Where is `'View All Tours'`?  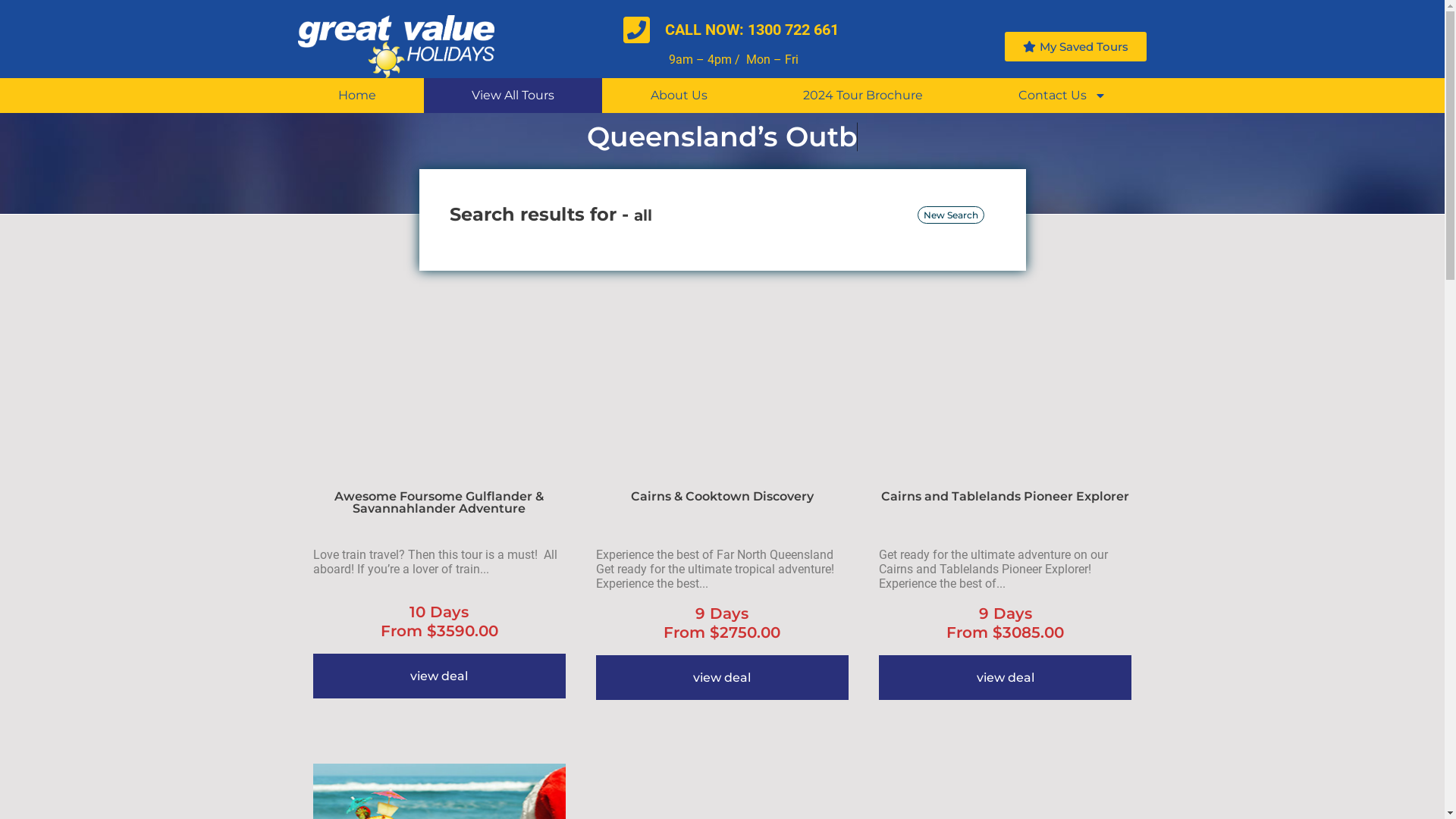 'View All Tours' is located at coordinates (423, 96).